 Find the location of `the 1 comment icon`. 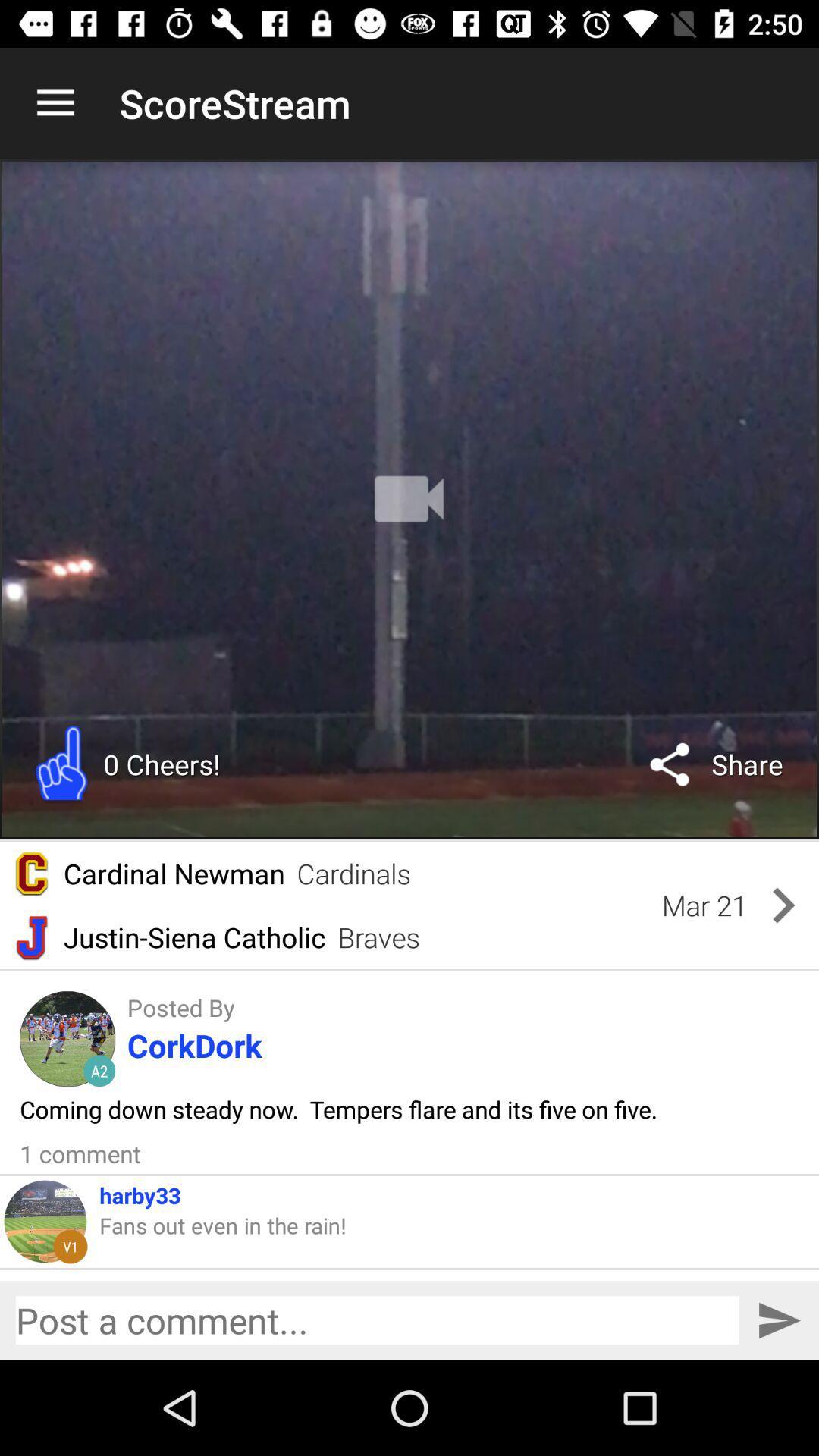

the 1 comment icon is located at coordinates (80, 1153).